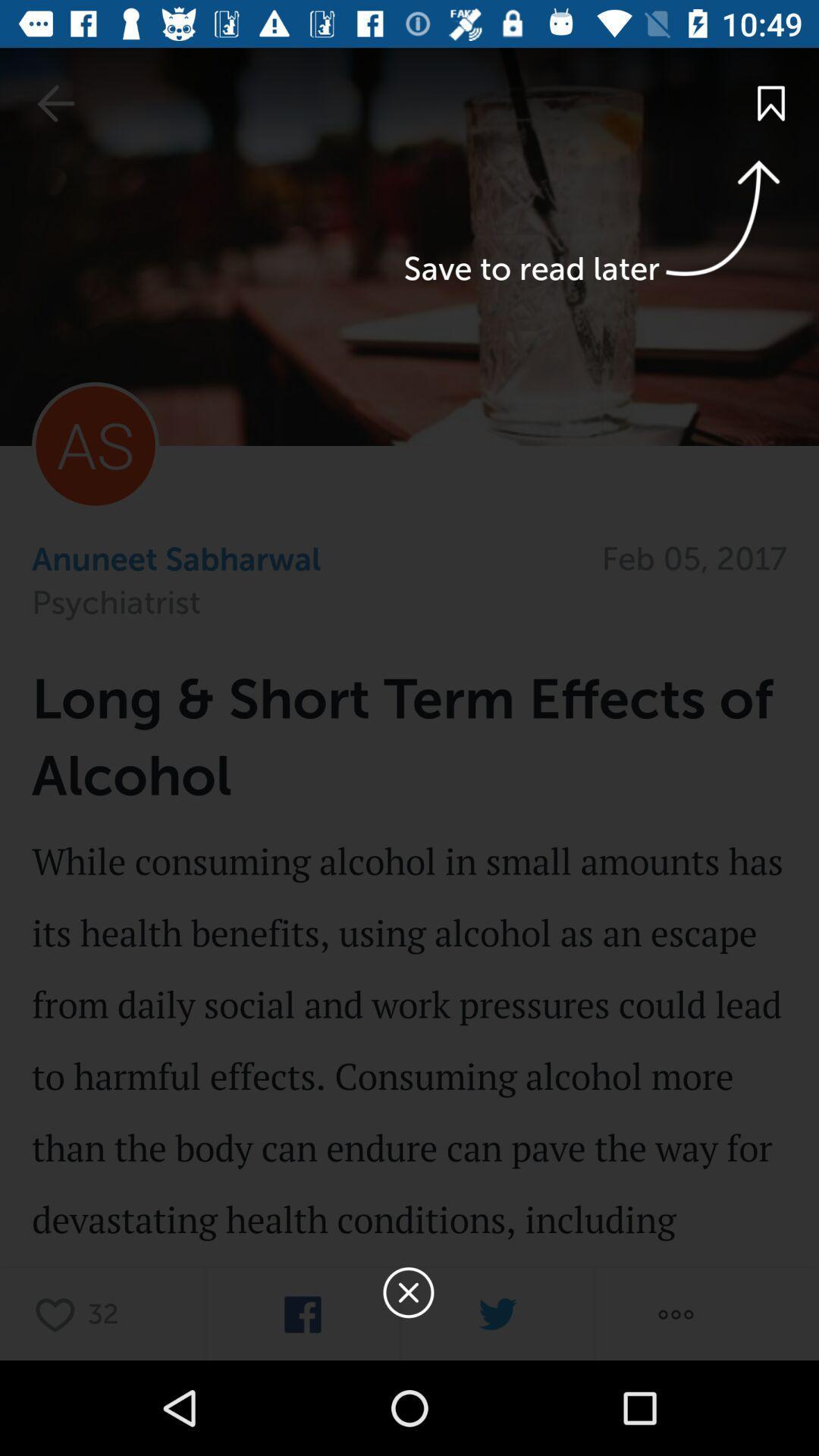  Describe the element at coordinates (58, 1313) in the screenshot. I see `to favorites` at that location.